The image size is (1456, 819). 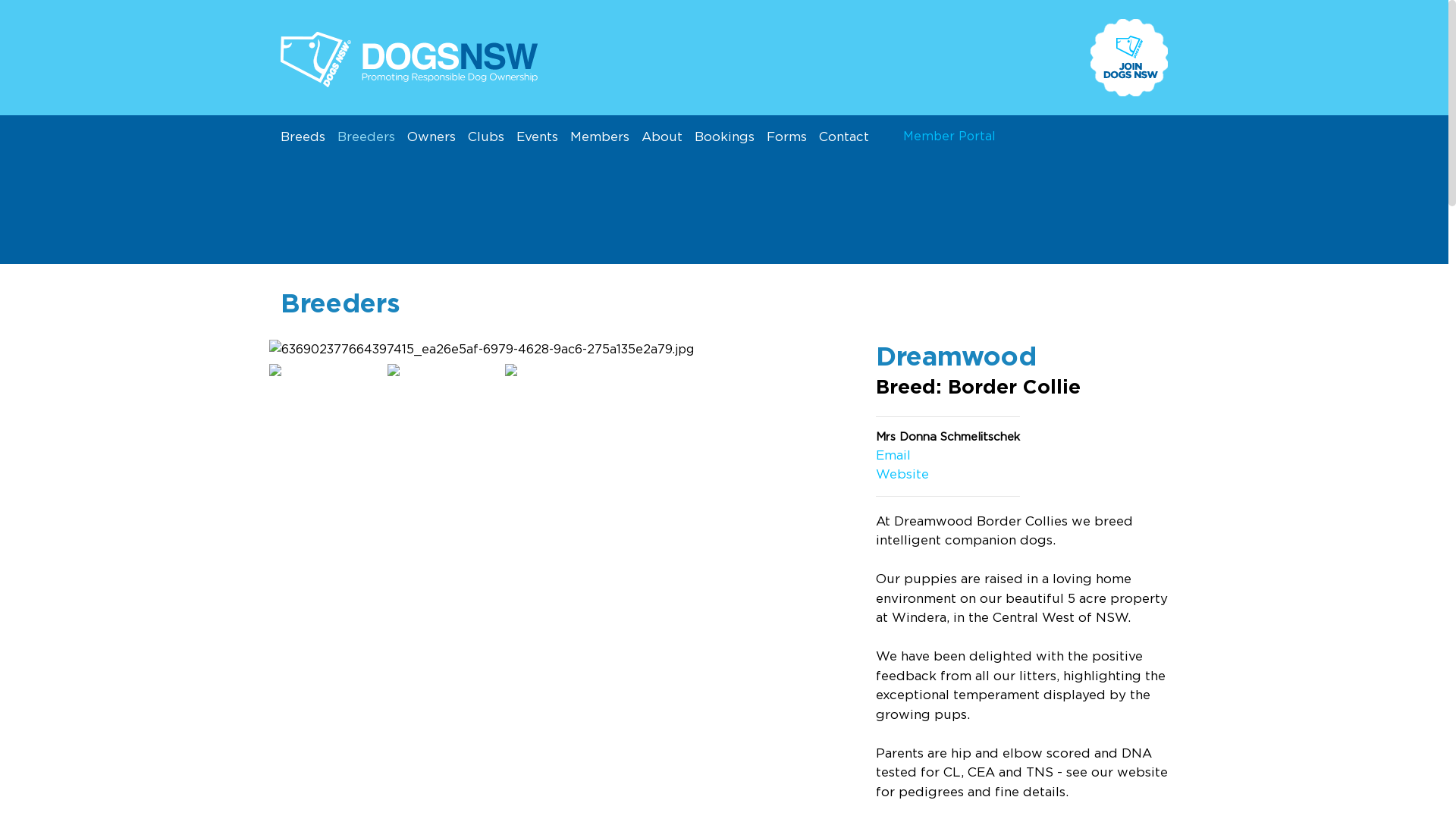 What do you see at coordinates (604, 137) in the screenshot?
I see `'Members'` at bounding box center [604, 137].